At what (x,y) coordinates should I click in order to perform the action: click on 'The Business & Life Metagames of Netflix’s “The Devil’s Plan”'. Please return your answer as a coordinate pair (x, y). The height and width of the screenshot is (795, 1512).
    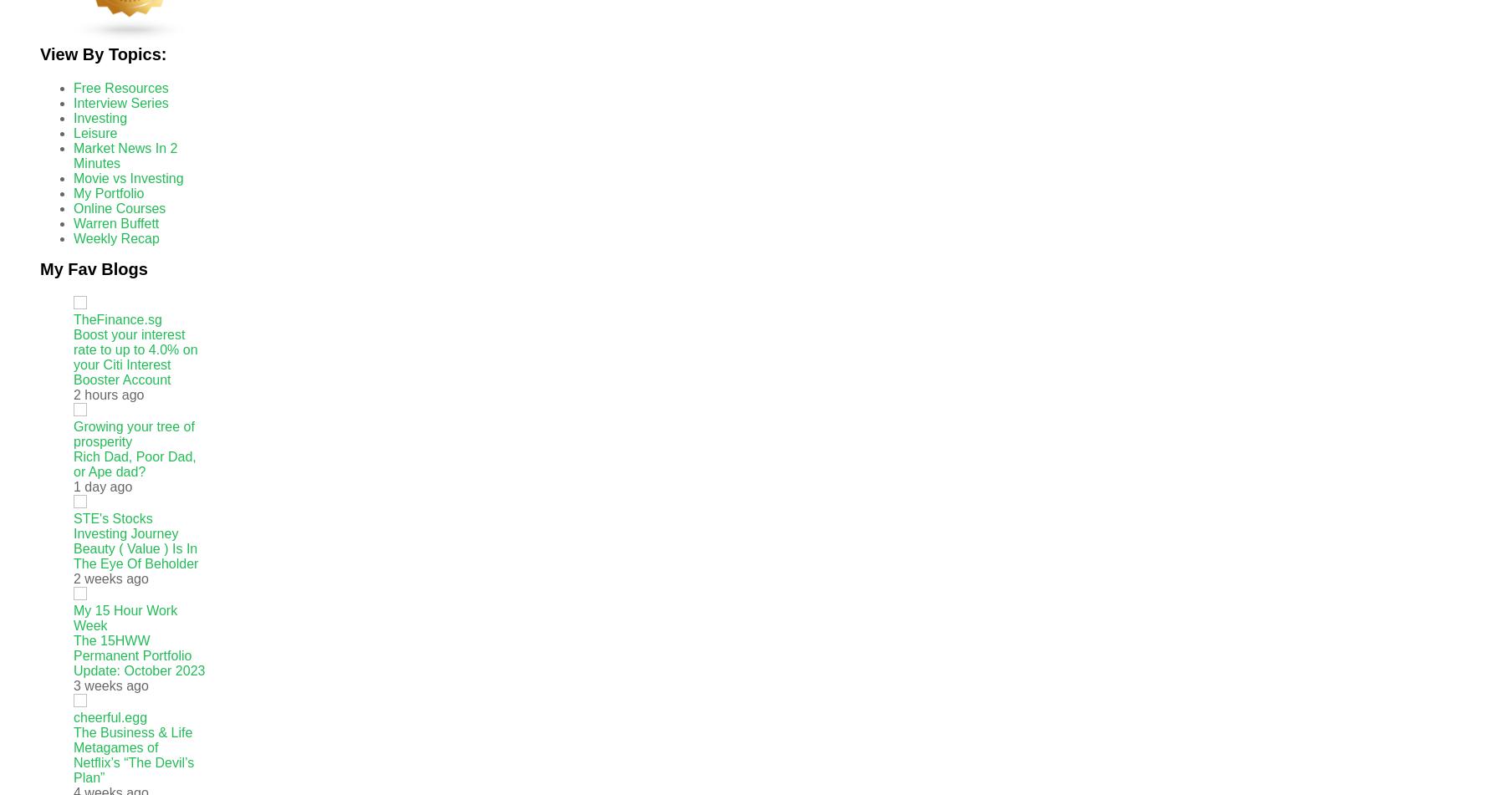
    Looking at the image, I should click on (134, 754).